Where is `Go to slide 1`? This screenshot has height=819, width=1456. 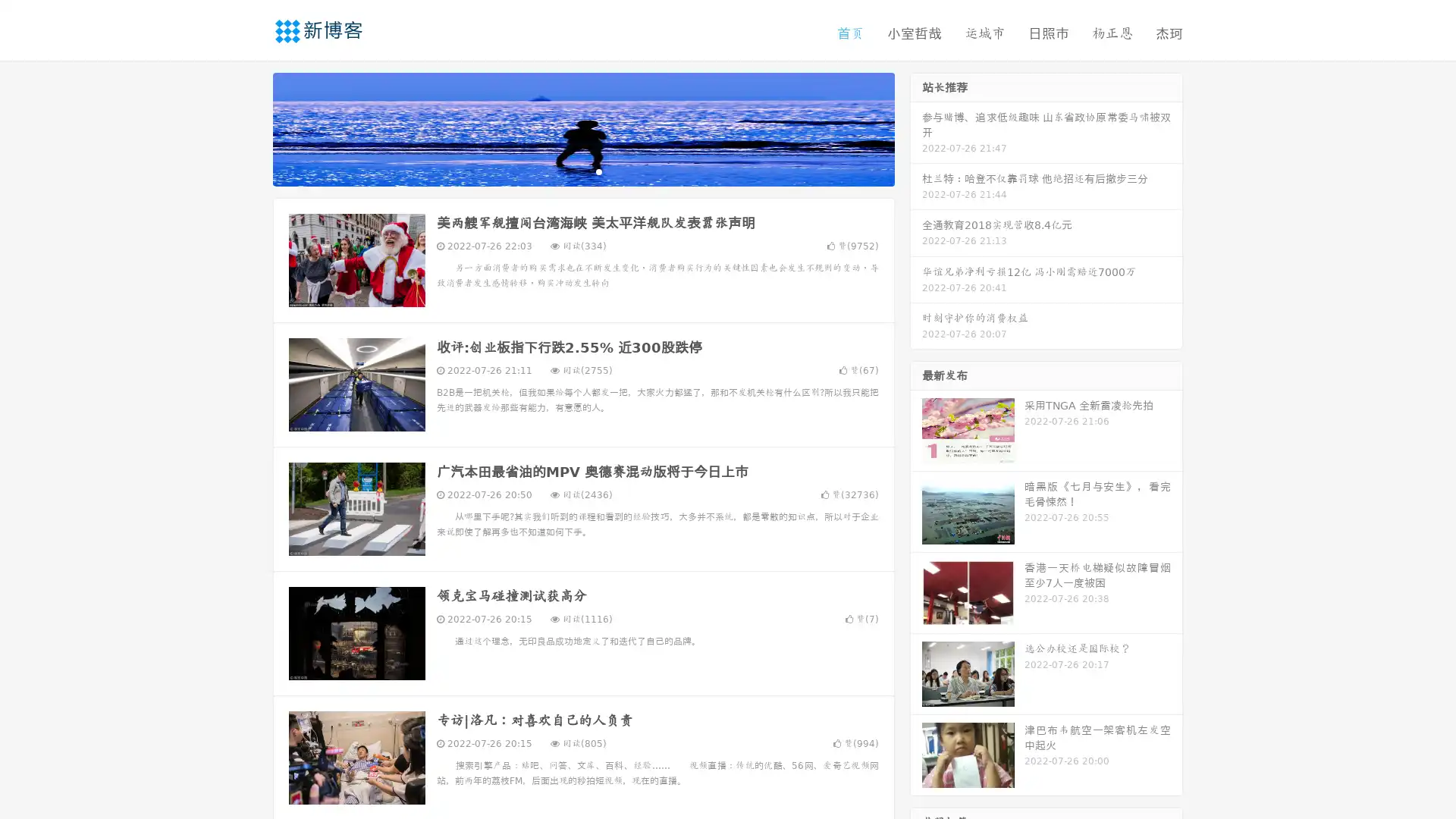
Go to slide 1 is located at coordinates (567, 171).